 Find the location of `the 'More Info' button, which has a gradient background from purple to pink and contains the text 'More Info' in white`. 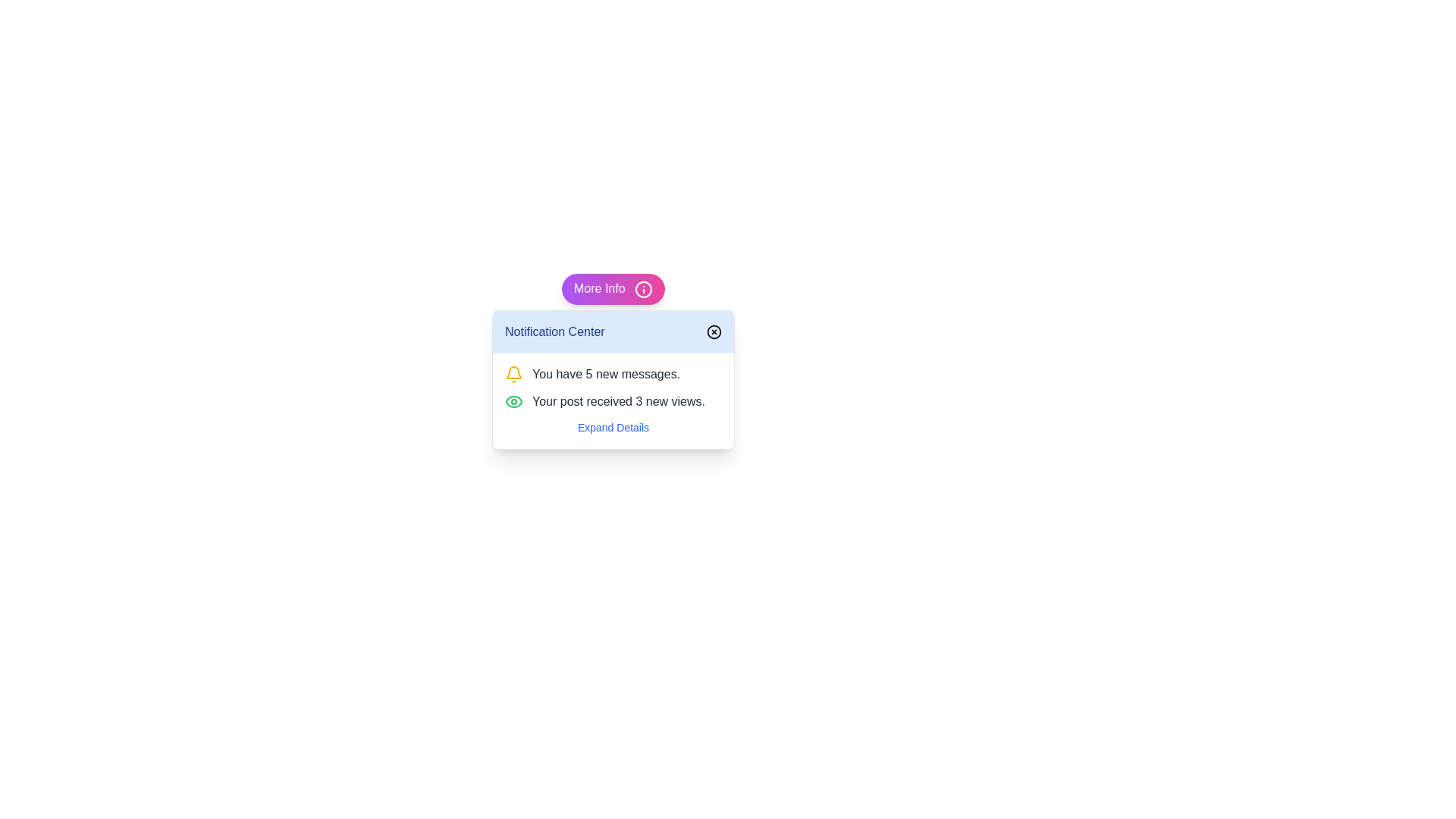

the 'More Info' button, which has a gradient background from purple to pink and contains the text 'More Info' in white is located at coordinates (613, 289).